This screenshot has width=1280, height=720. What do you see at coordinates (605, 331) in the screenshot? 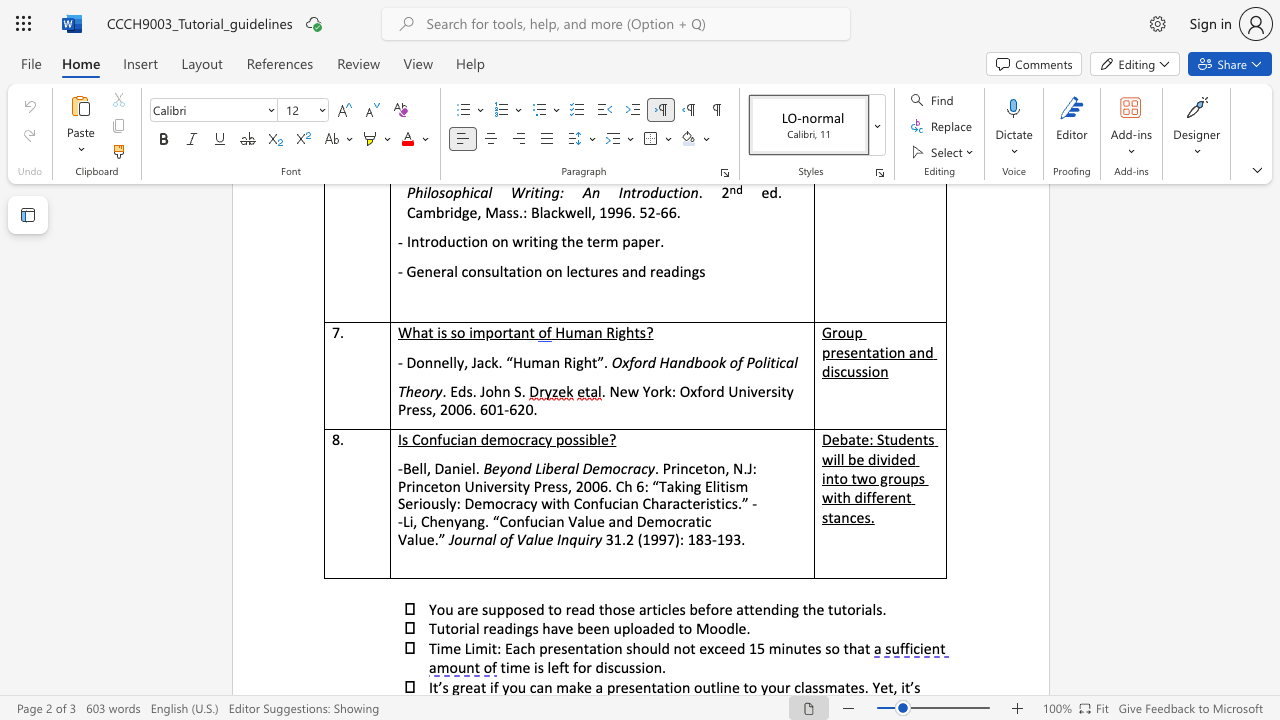
I see `the subset text "Right" within the text "Human Rights?"` at bounding box center [605, 331].